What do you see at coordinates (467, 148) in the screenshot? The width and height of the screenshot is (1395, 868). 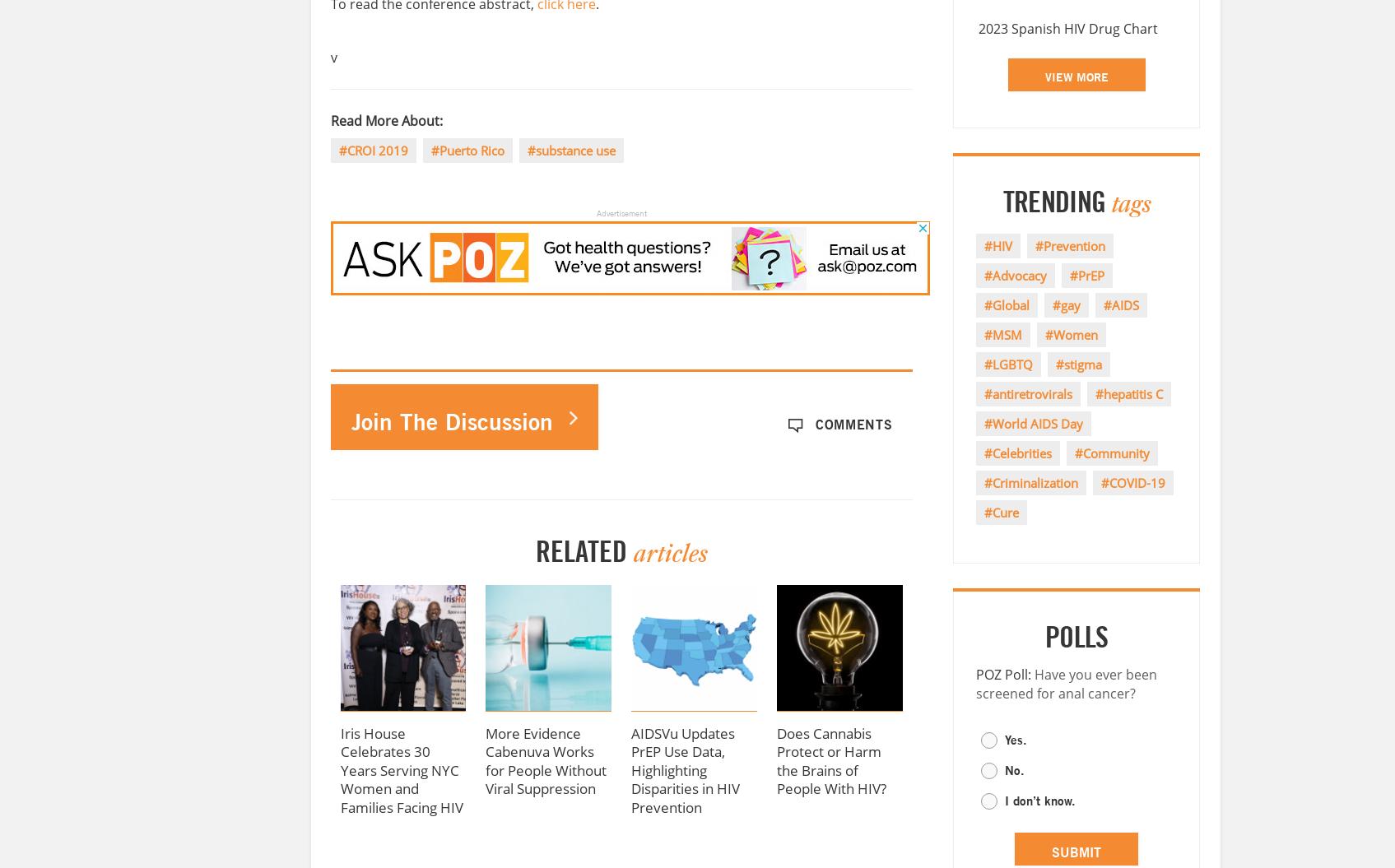 I see `'#Puerto Rico'` at bounding box center [467, 148].